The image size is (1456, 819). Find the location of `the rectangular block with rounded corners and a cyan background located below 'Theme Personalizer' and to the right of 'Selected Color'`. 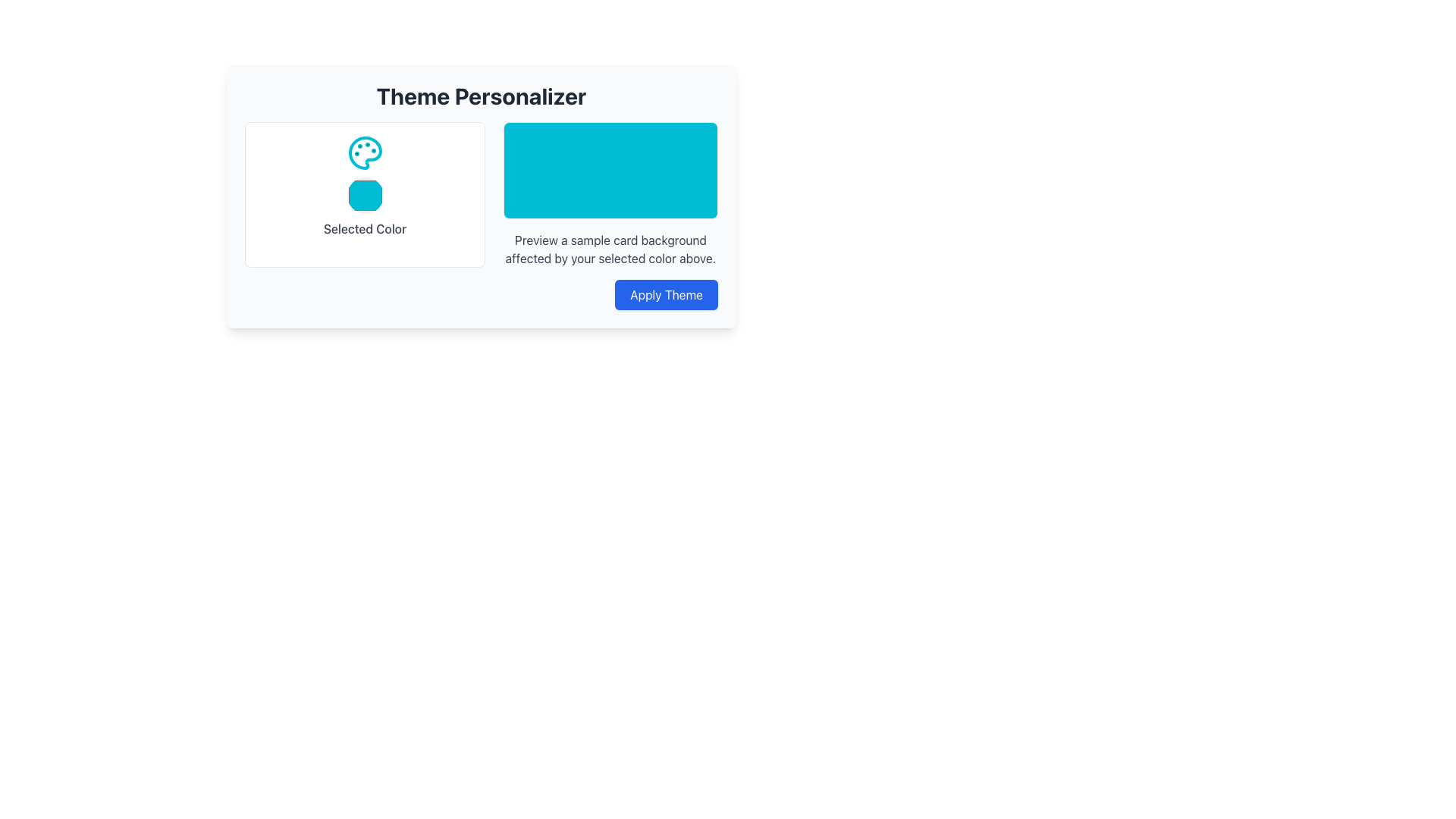

the rectangular block with rounded corners and a cyan background located below 'Theme Personalizer' and to the right of 'Selected Color' is located at coordinates (610, 170).